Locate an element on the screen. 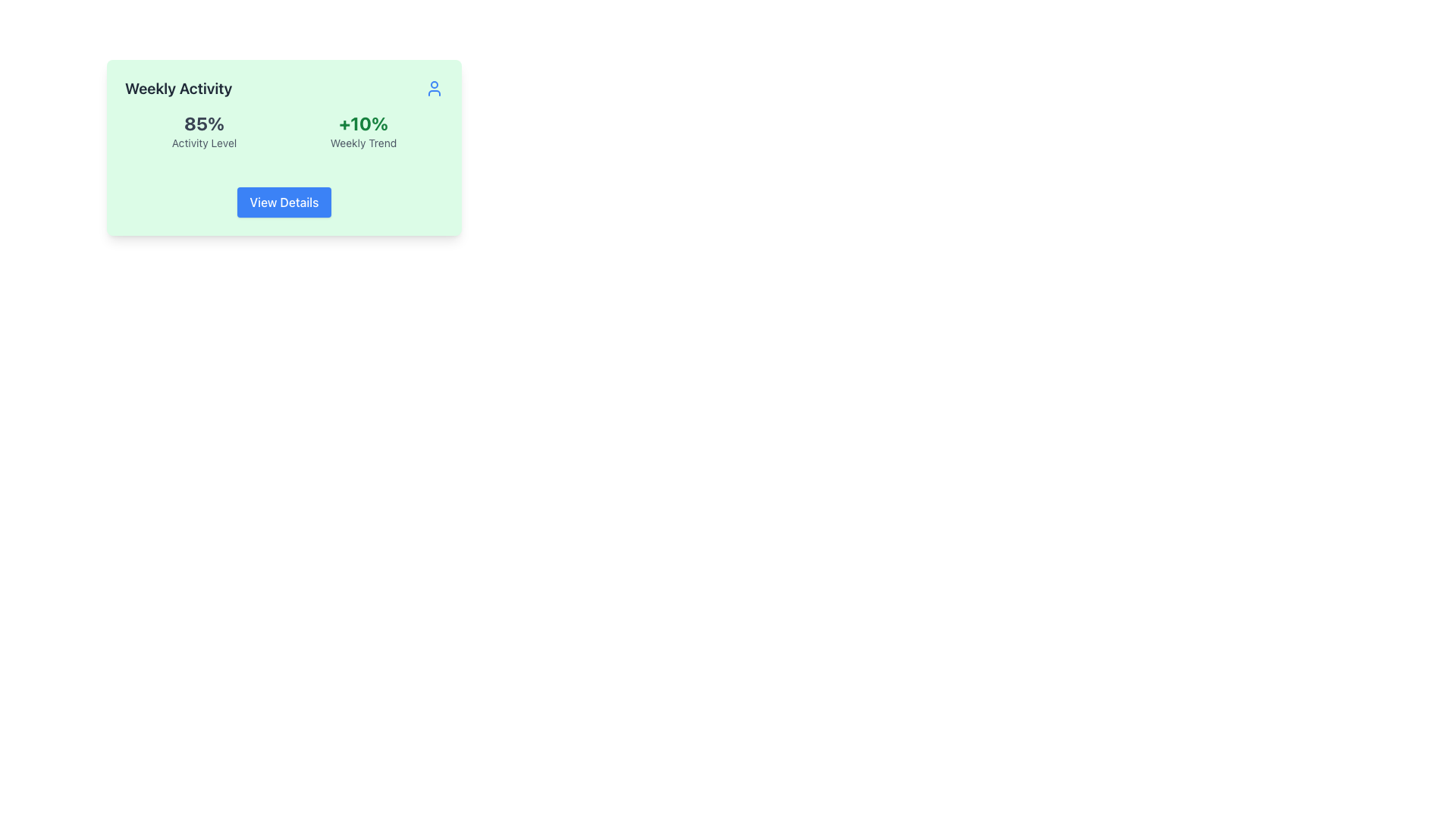  the interactive button located at the bottom-center of a card-like component with a green background is located at coordinates (284, 201).